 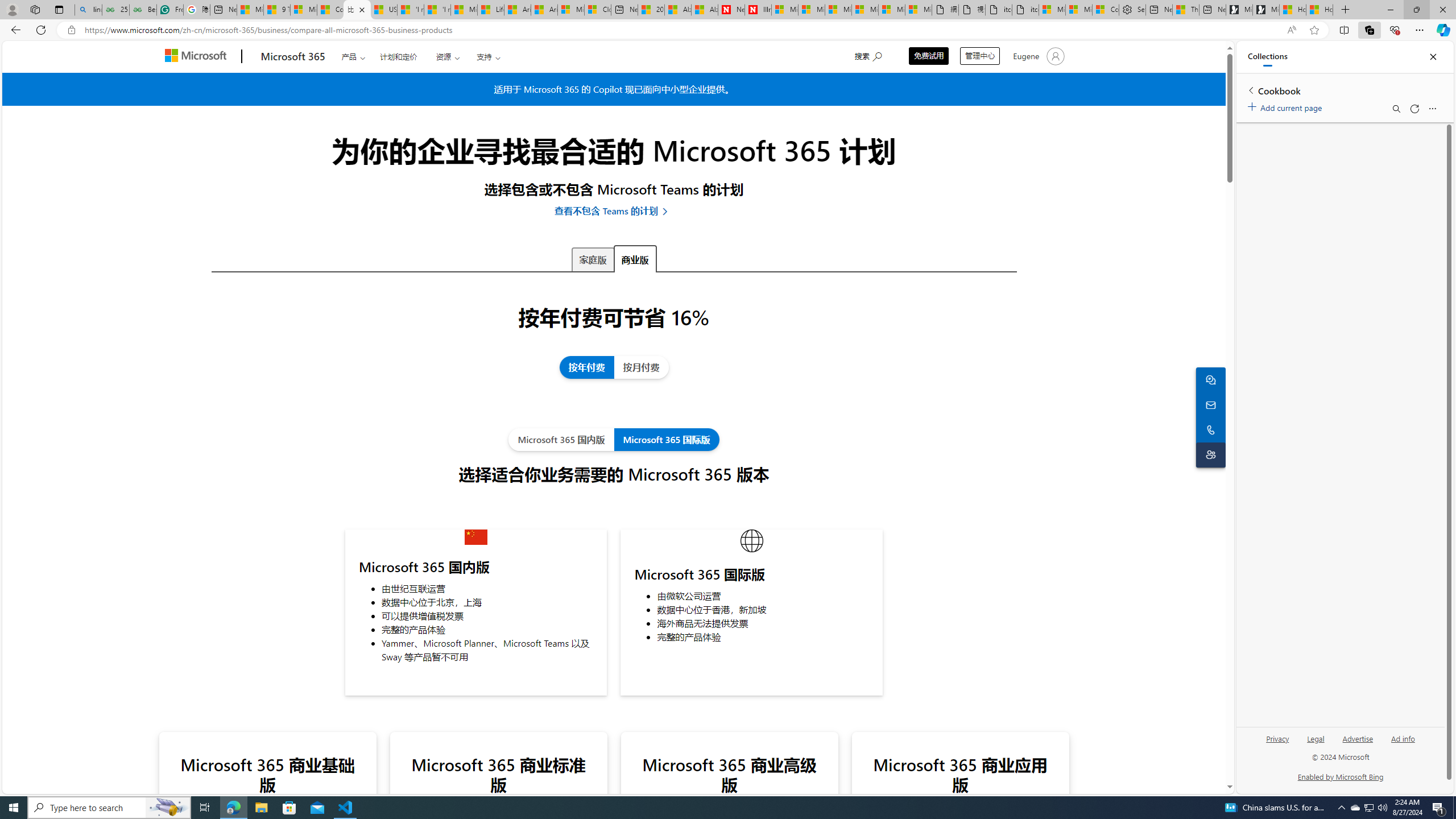 I want to click on 'Cloud Computing Services | Microsoft Azure', so click(x=597, y=9).